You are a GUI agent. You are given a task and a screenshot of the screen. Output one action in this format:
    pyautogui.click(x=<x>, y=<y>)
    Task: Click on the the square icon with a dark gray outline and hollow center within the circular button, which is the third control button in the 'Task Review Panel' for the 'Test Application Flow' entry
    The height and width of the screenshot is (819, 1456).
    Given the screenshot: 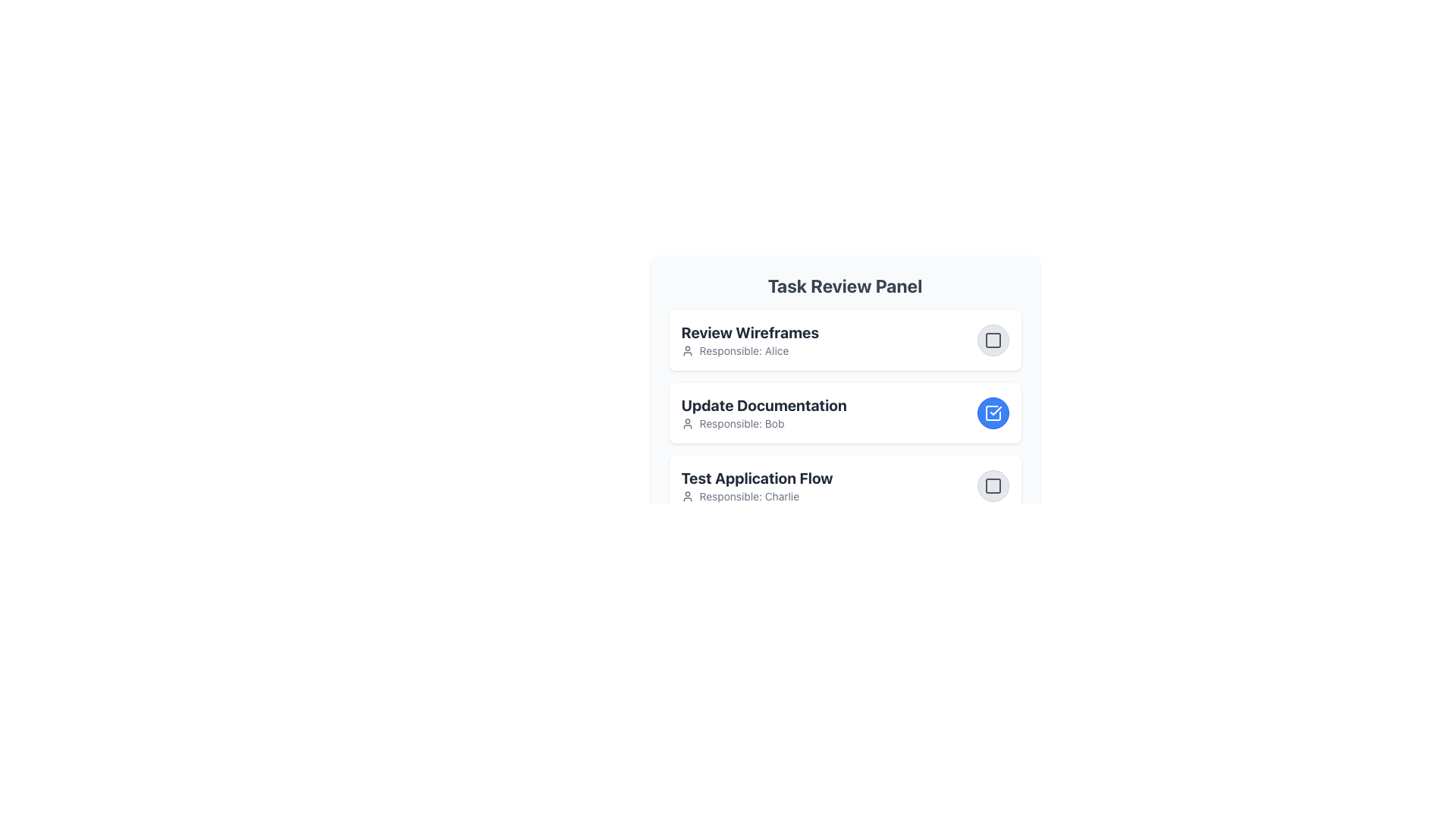 What is the action you would take?
    pyautogui.click(x=993, y=485)
    